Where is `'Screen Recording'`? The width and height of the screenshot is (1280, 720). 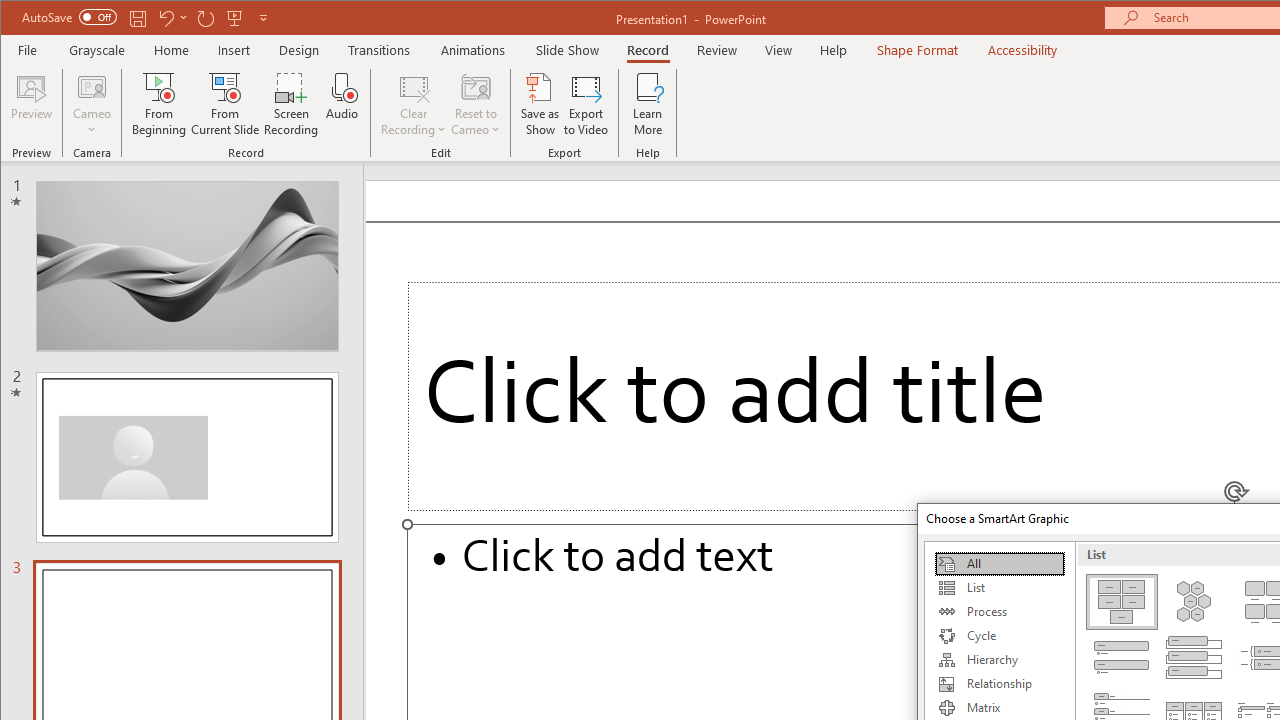
'Screen Recording' is located at coordinates (290, 104).